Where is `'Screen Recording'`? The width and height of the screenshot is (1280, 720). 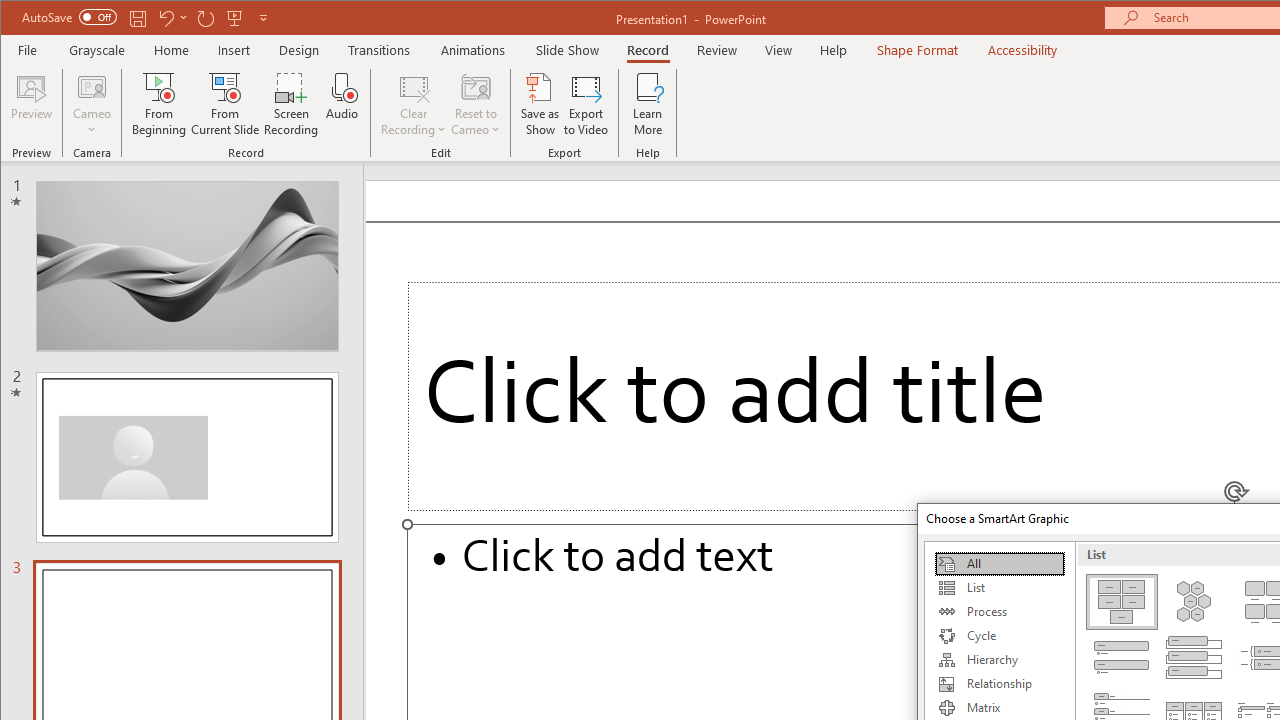
'Screen Recording' is located at coordinates (290, 104).